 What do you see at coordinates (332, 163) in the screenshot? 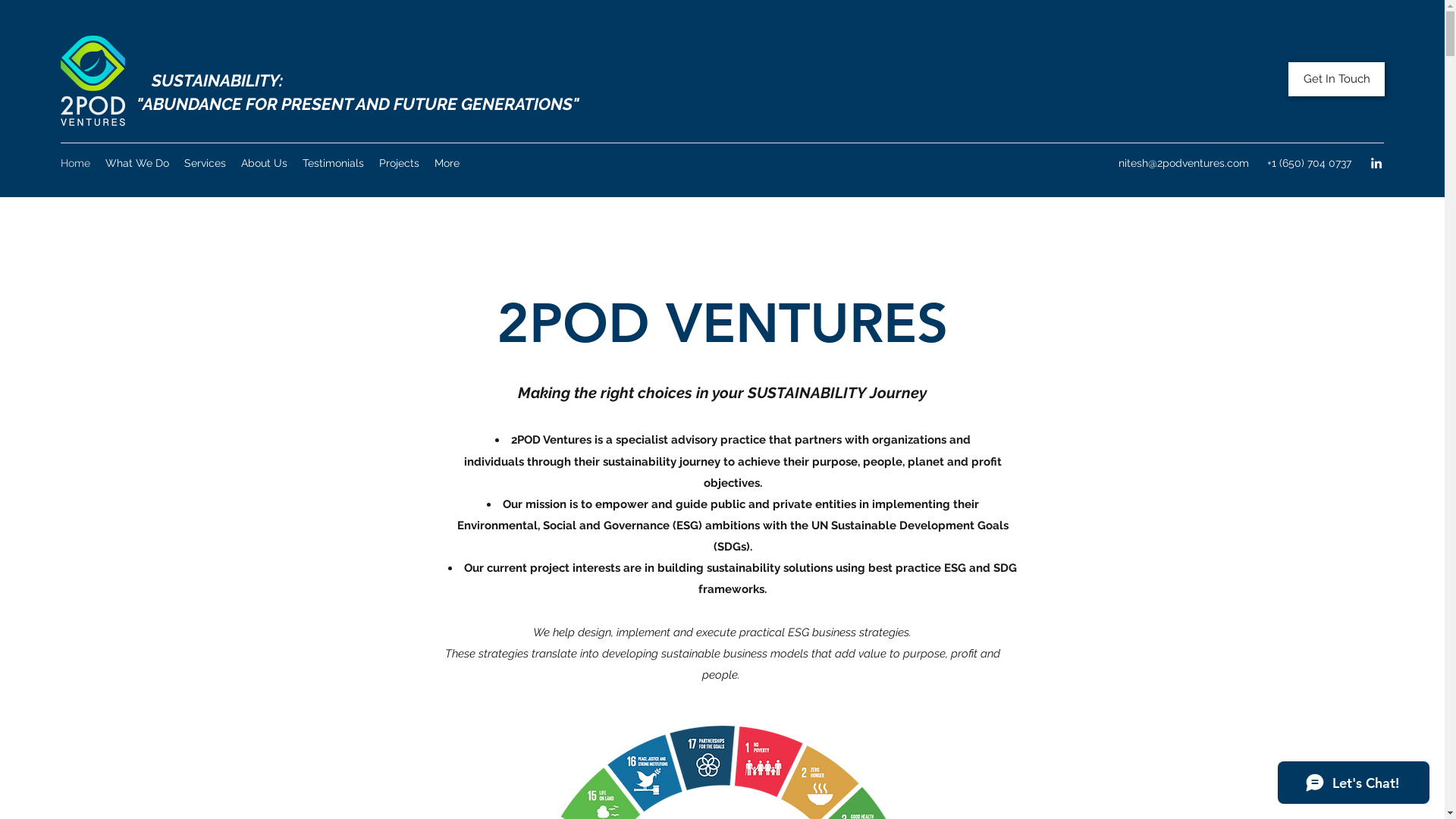
I see `'Testimonials'` at bounding box center [332, 163].